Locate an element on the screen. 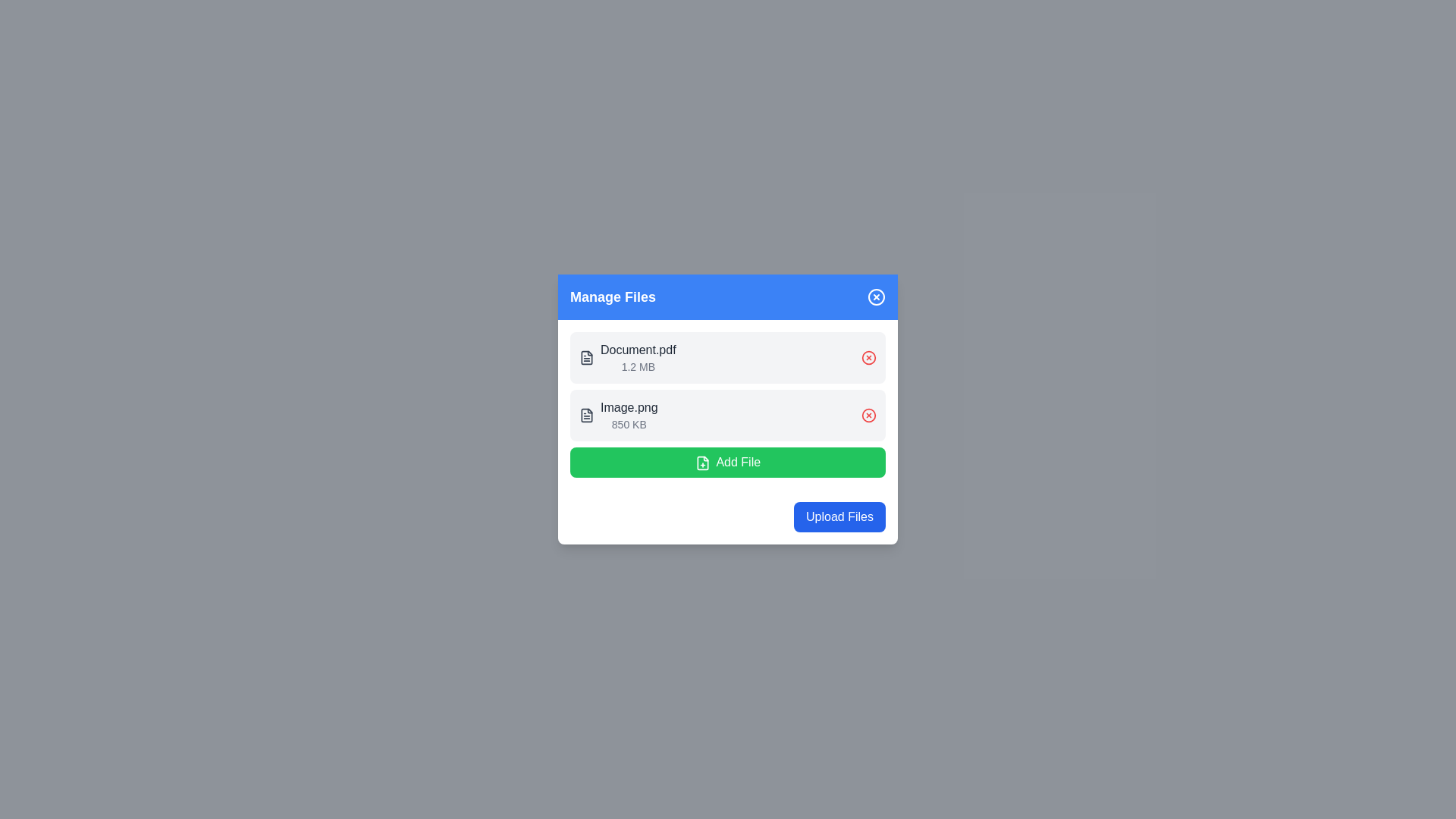 The image size is (1456, 819). the circular close button with a blue background and white borders located at the top-right corner of the 'Manage Files' section is located at coordinates (877, 297).